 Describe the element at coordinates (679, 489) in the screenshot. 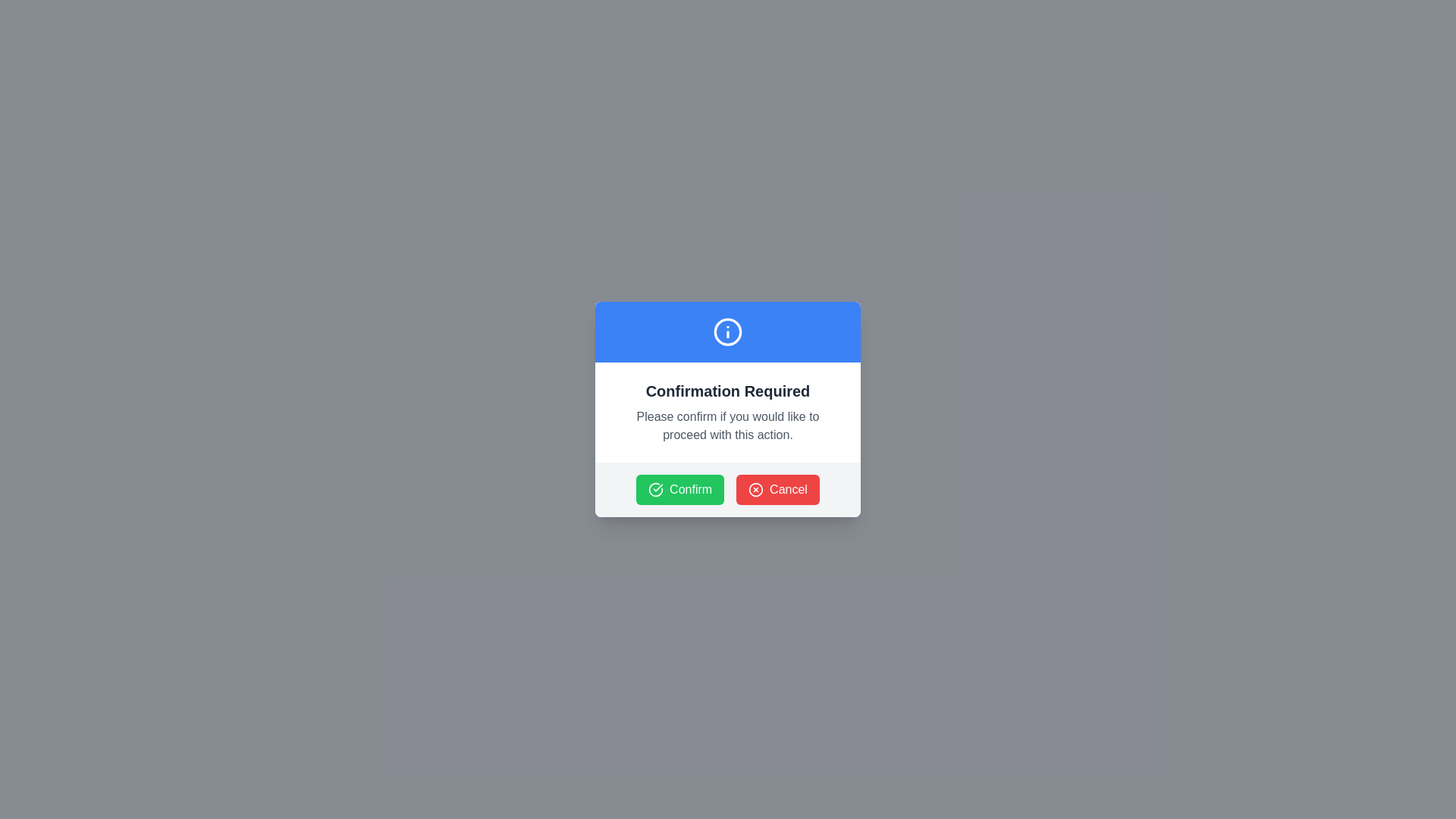

I see `the green 'Confirm' button with a white checkmark icon` at that location.